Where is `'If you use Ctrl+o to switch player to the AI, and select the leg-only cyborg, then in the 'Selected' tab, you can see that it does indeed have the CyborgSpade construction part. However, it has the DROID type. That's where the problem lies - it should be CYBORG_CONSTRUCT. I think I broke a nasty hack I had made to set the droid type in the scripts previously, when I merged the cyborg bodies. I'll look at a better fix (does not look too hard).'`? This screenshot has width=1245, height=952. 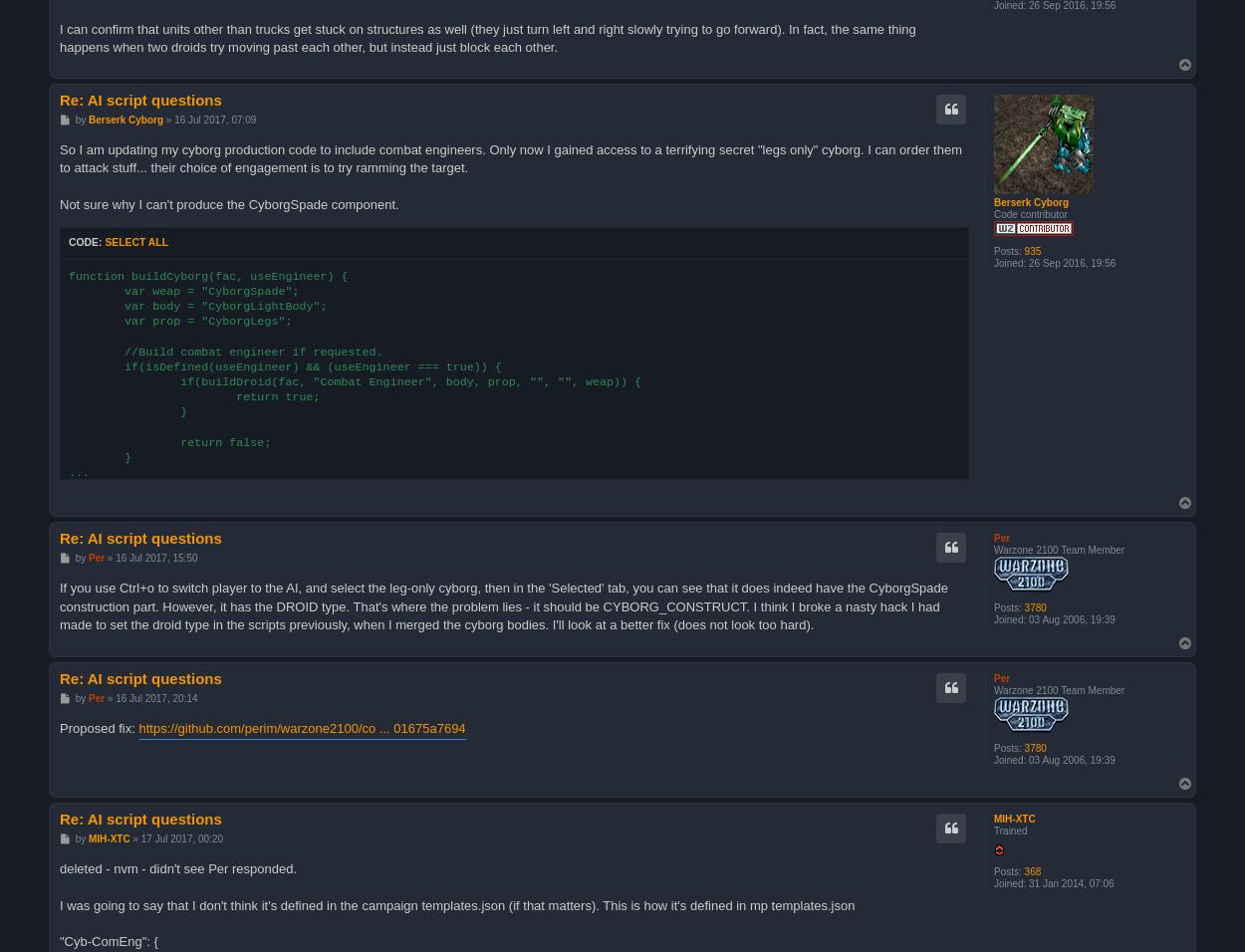
'If you use Ctrl+o to switch player to the AI, and select the leg-only cyborg, then in the 'Selected' tab, you can see that it does indeed have the CyborgSpade construction part. However, it has the DROID type. That's where the problem lies - it should be CYBORG_CONSTRUCT. I think I broke a nasty hack I had made to set the droid type in the scripts previously, when I merged the cyborg bodies. I'll look at a better fix (does not look too hard).' is located at coordinates (504, 605).